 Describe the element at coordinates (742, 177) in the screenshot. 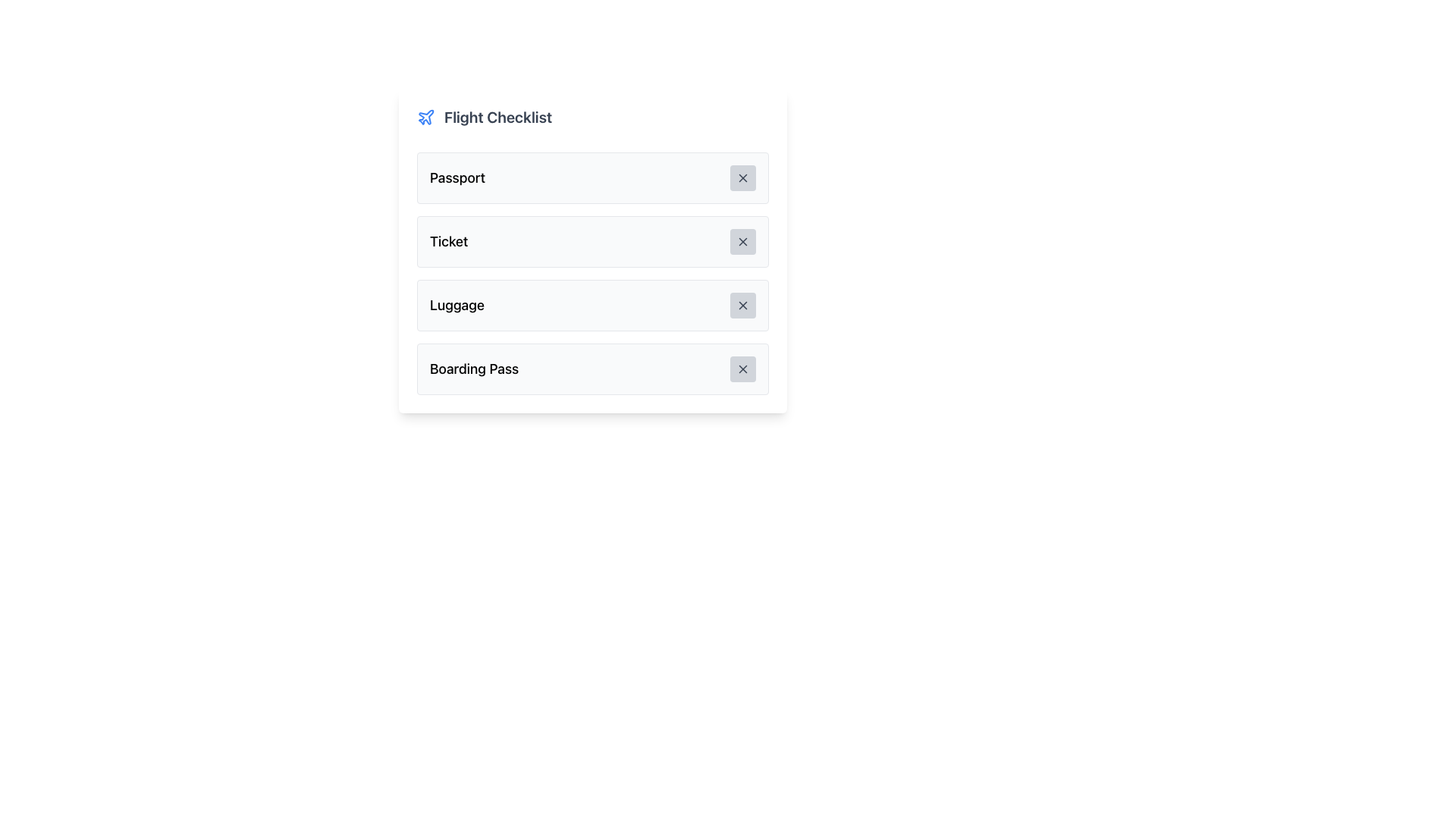

I see `the close icon` at that location.